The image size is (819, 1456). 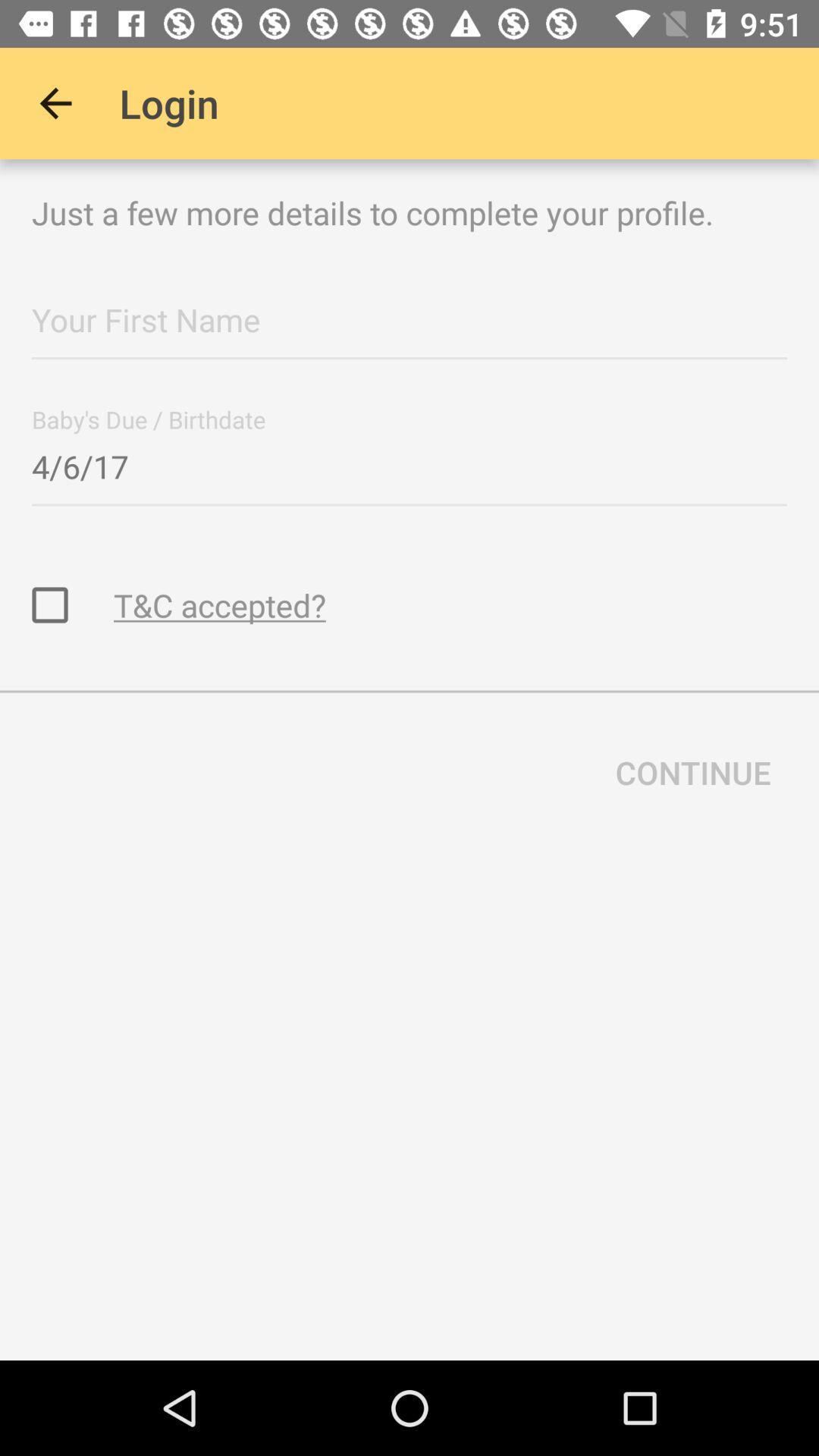 I want to click on the t&c accepted? icon, so click(x=219, y=604).